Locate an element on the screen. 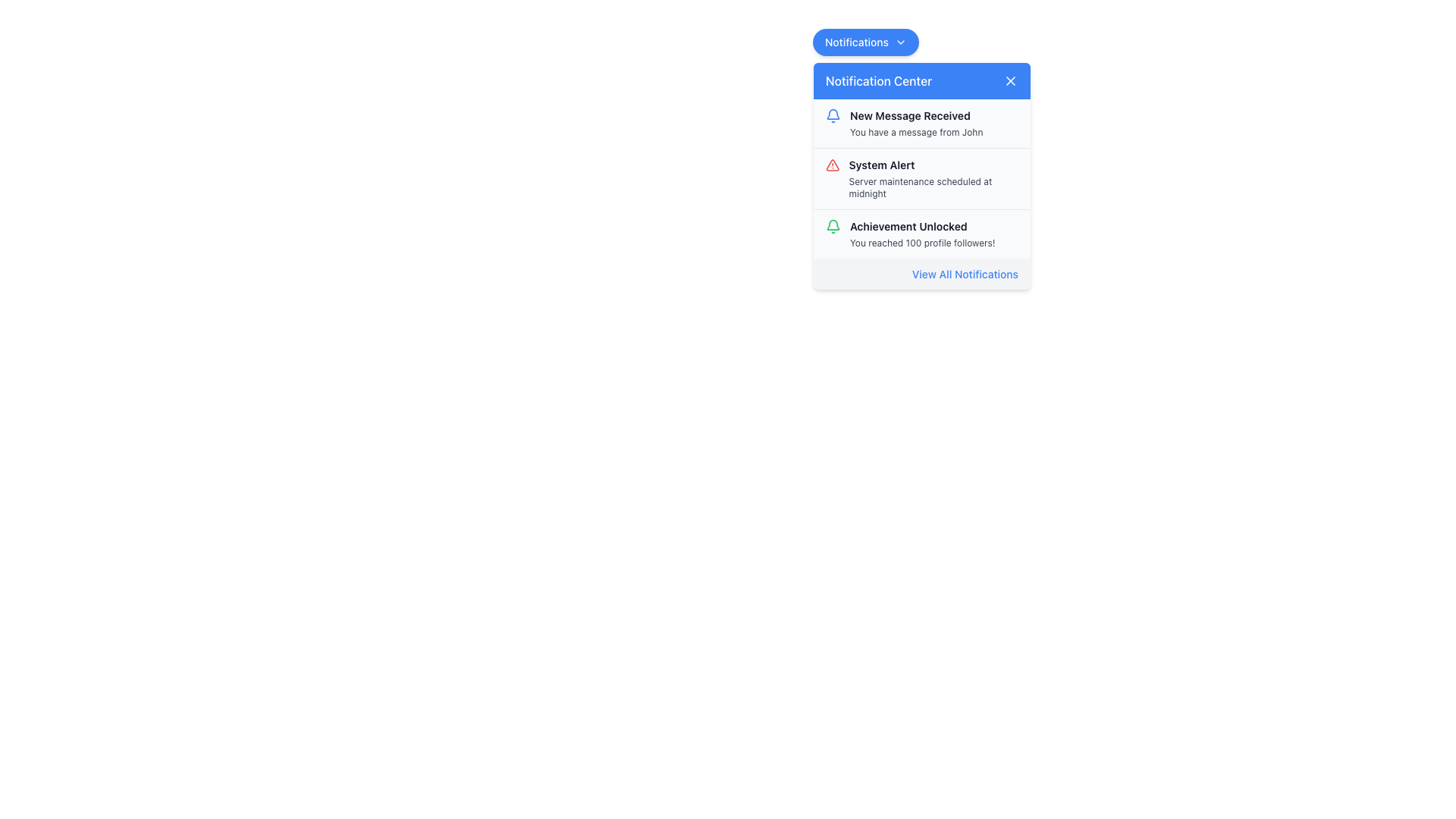 The image size is (1456, 819). the Close button located at the top-right corner of the Notification Center header to change its color is located at coordinates (1011, 81).